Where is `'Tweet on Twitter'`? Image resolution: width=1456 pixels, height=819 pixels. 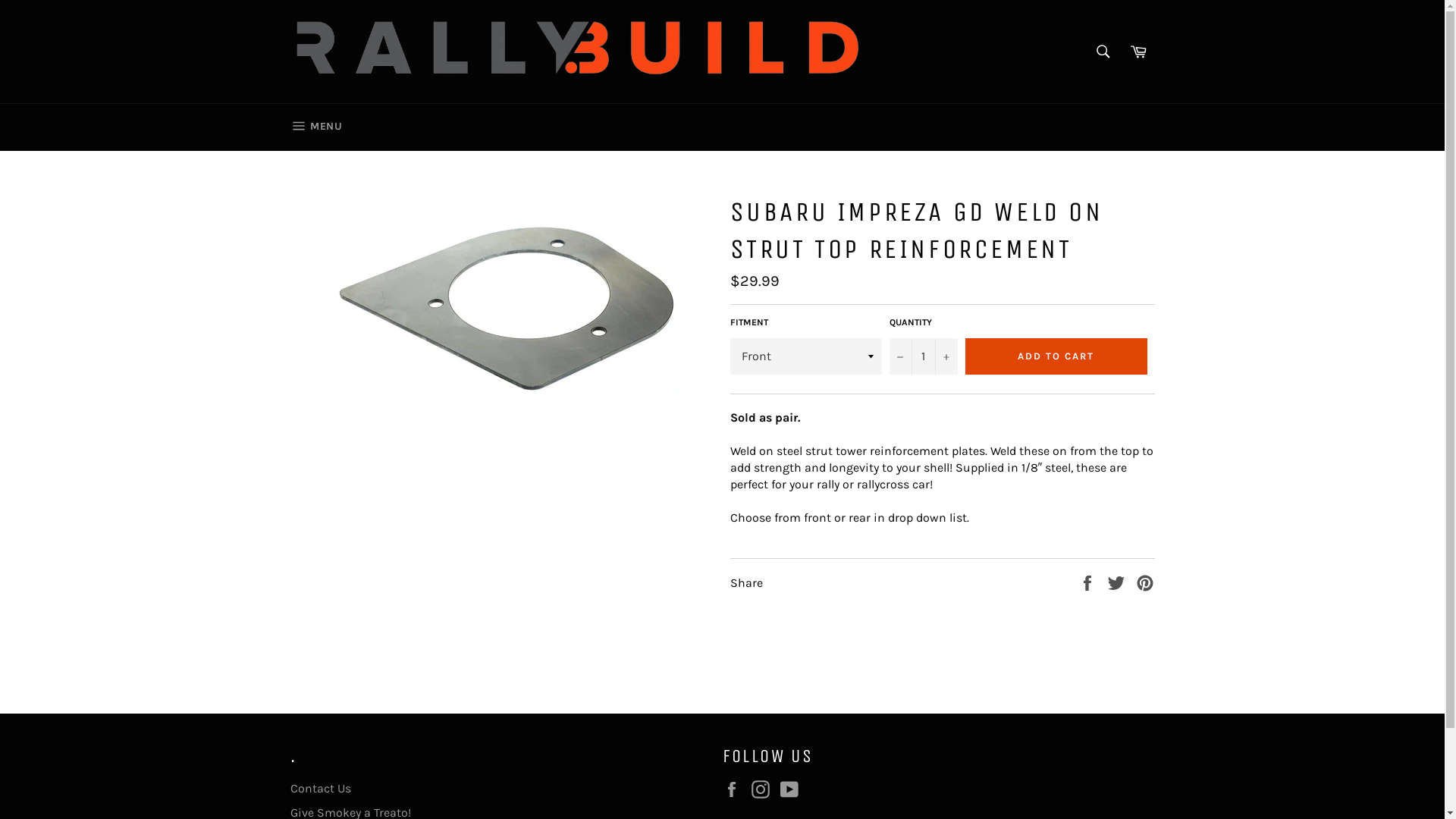
'Tweet on Twitter' is located at coordinates (1117, 581).